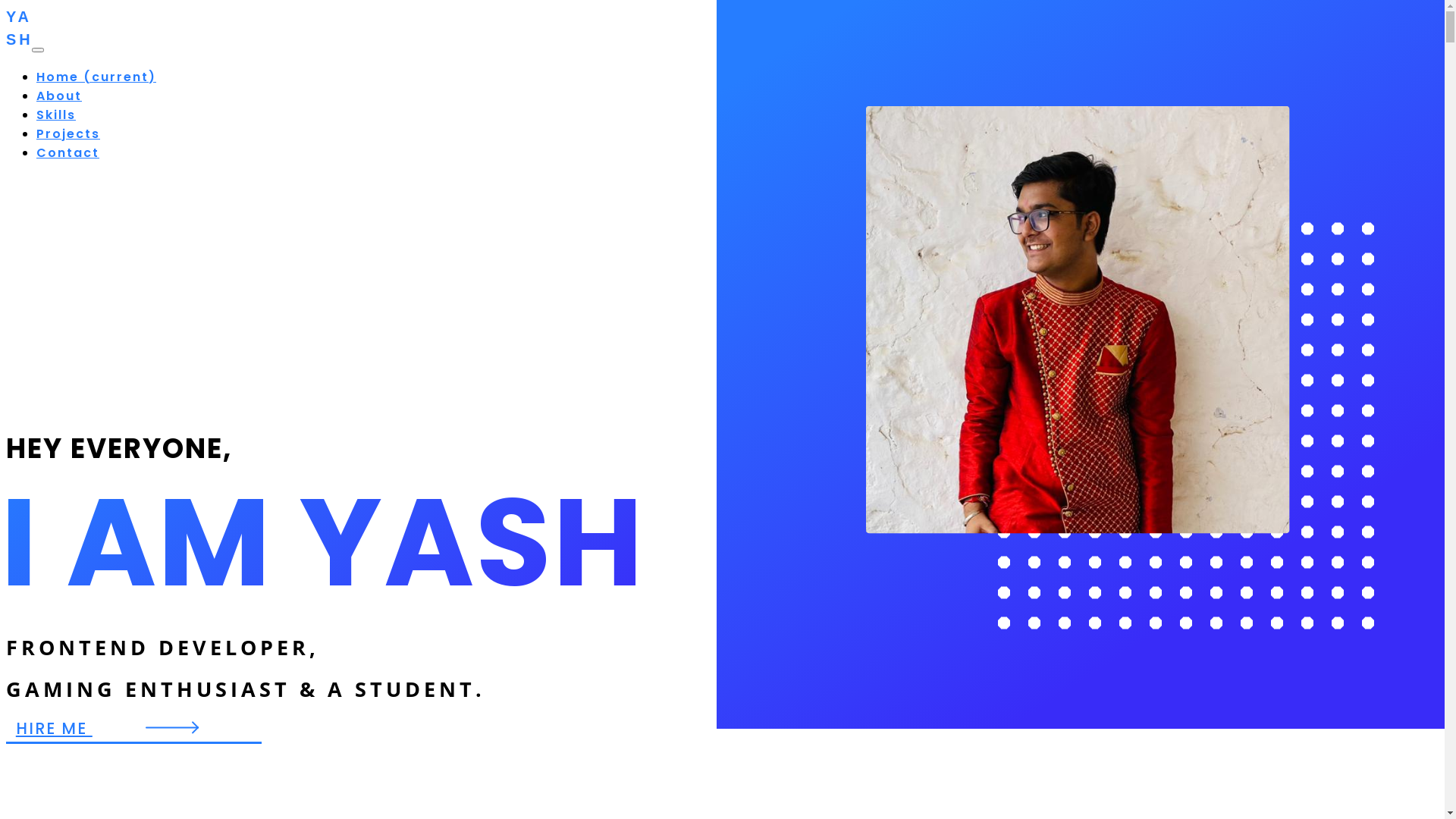 This screenshot has height=819, width=1456. I want to click on 'About', so click(58, 96).